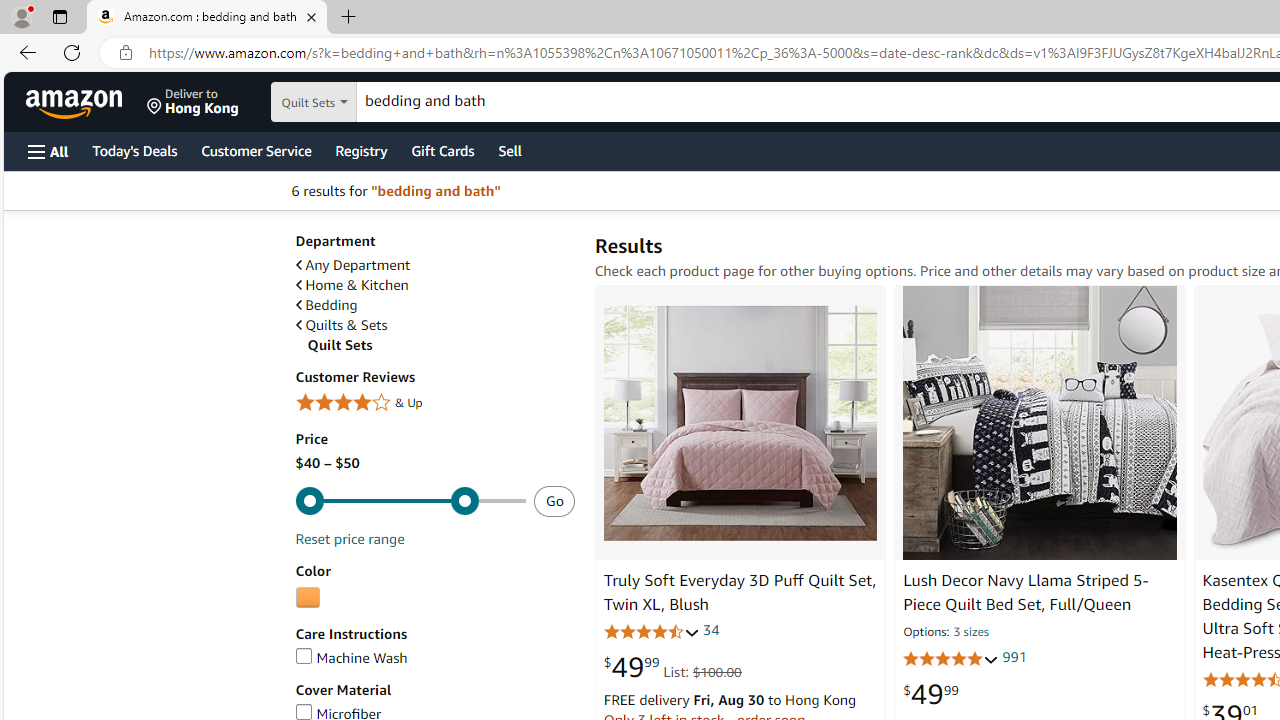 This screenshot has height=720, width=1280. Describe the element at coordinates (207, 17) in the screenshot. I see `'Amazon.com : bedding and bath'` at that location.